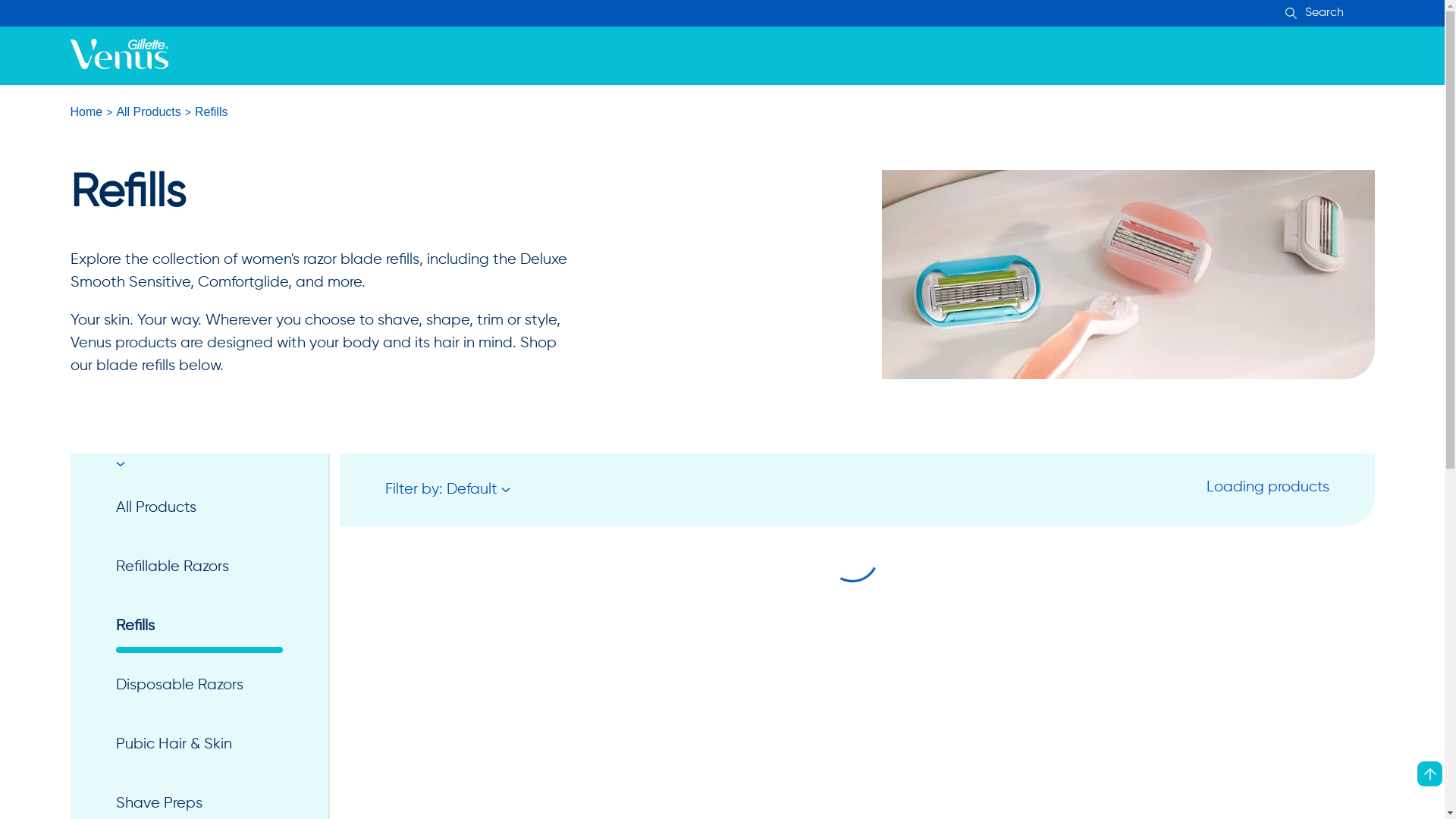  I want to click on 'Pubic Hair & Skin', so click(198, 744).